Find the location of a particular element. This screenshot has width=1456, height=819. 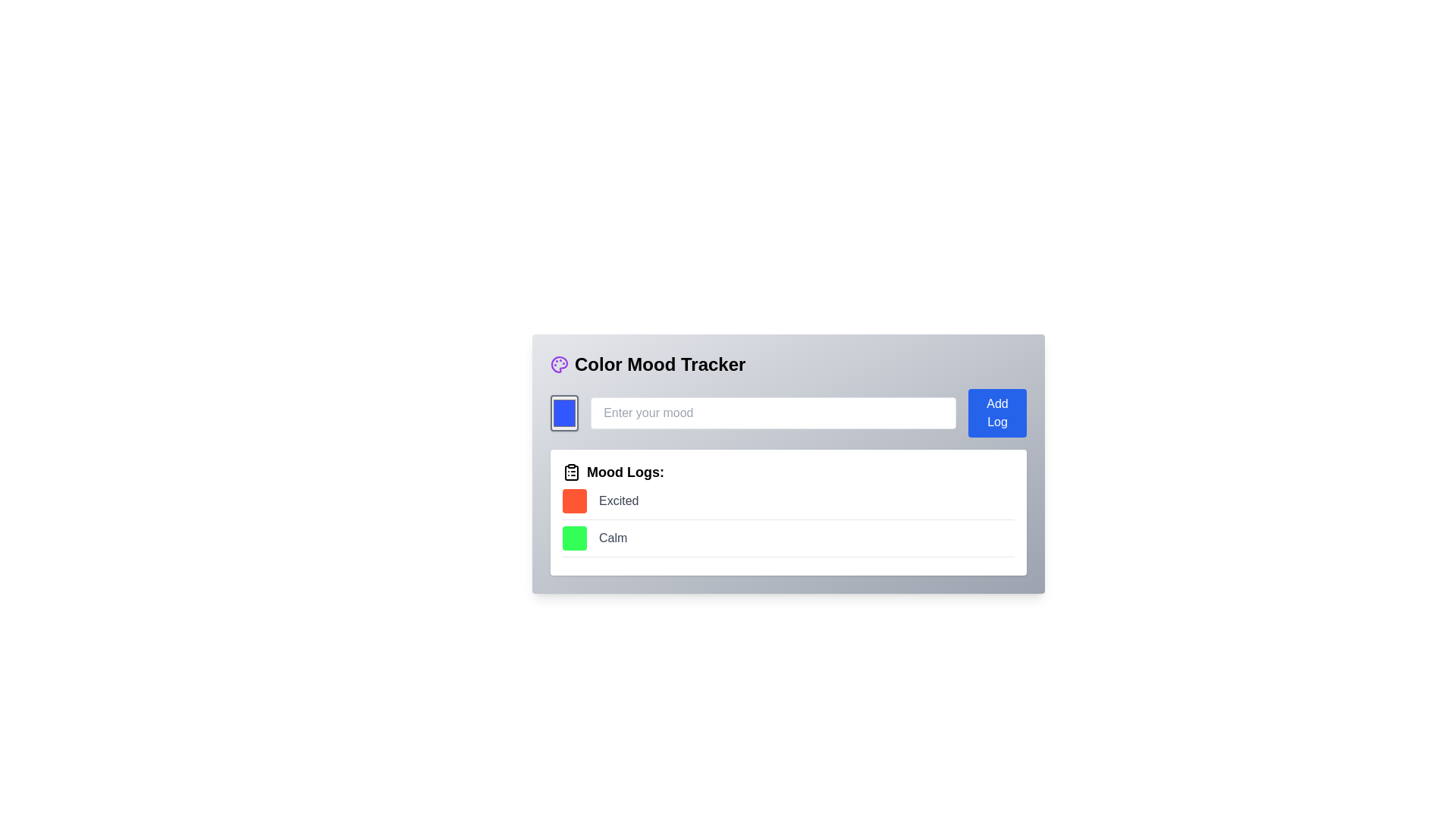

the static text label that serves as a section header for the mood logs, located under the 'Color Mood Tracker' header and accompanied by a clipboard icon is located at coordinates (626, 472).